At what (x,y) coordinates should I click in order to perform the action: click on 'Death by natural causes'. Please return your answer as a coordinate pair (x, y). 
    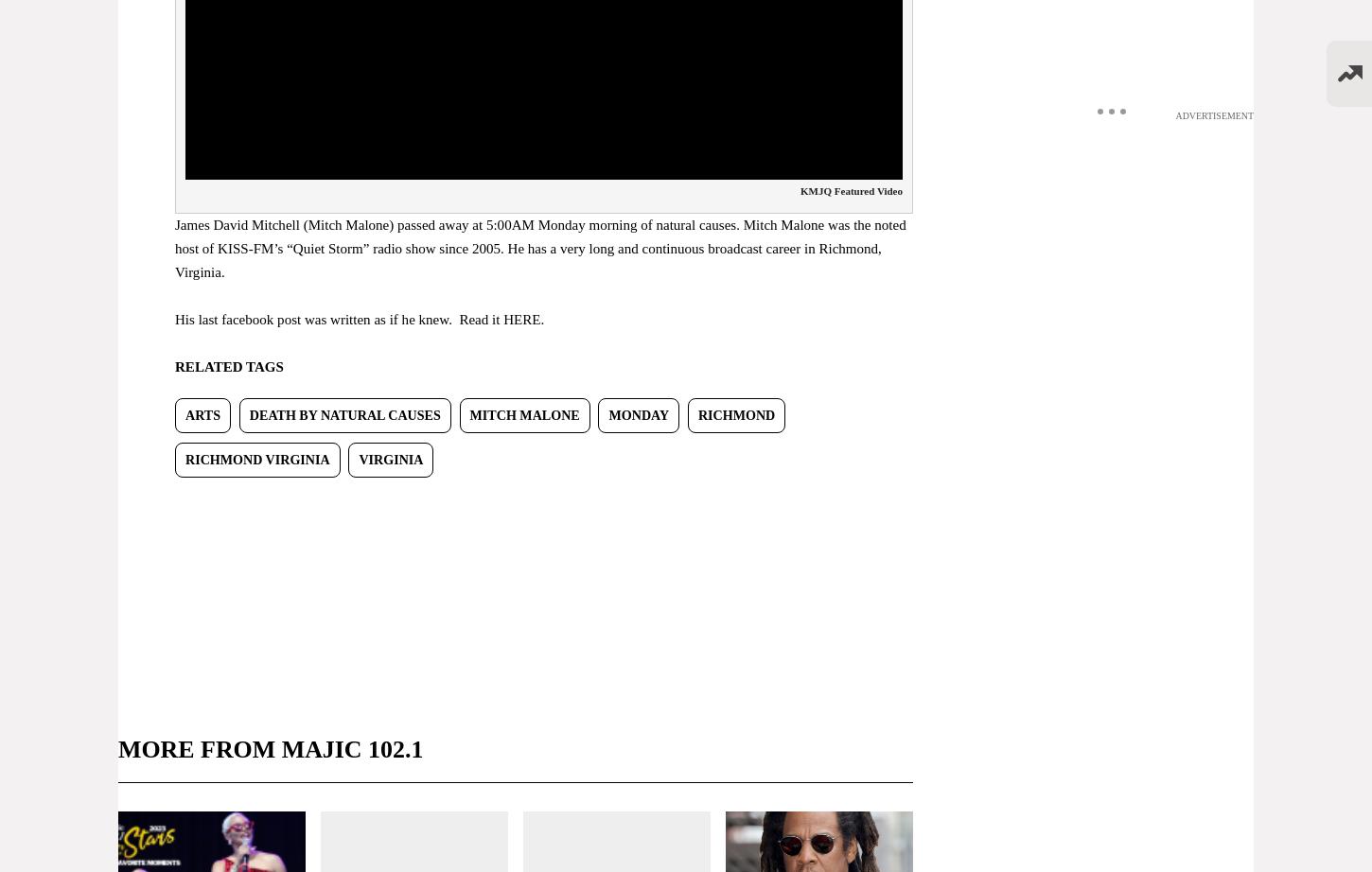
    Looking at the image, I should click on (343, 413).